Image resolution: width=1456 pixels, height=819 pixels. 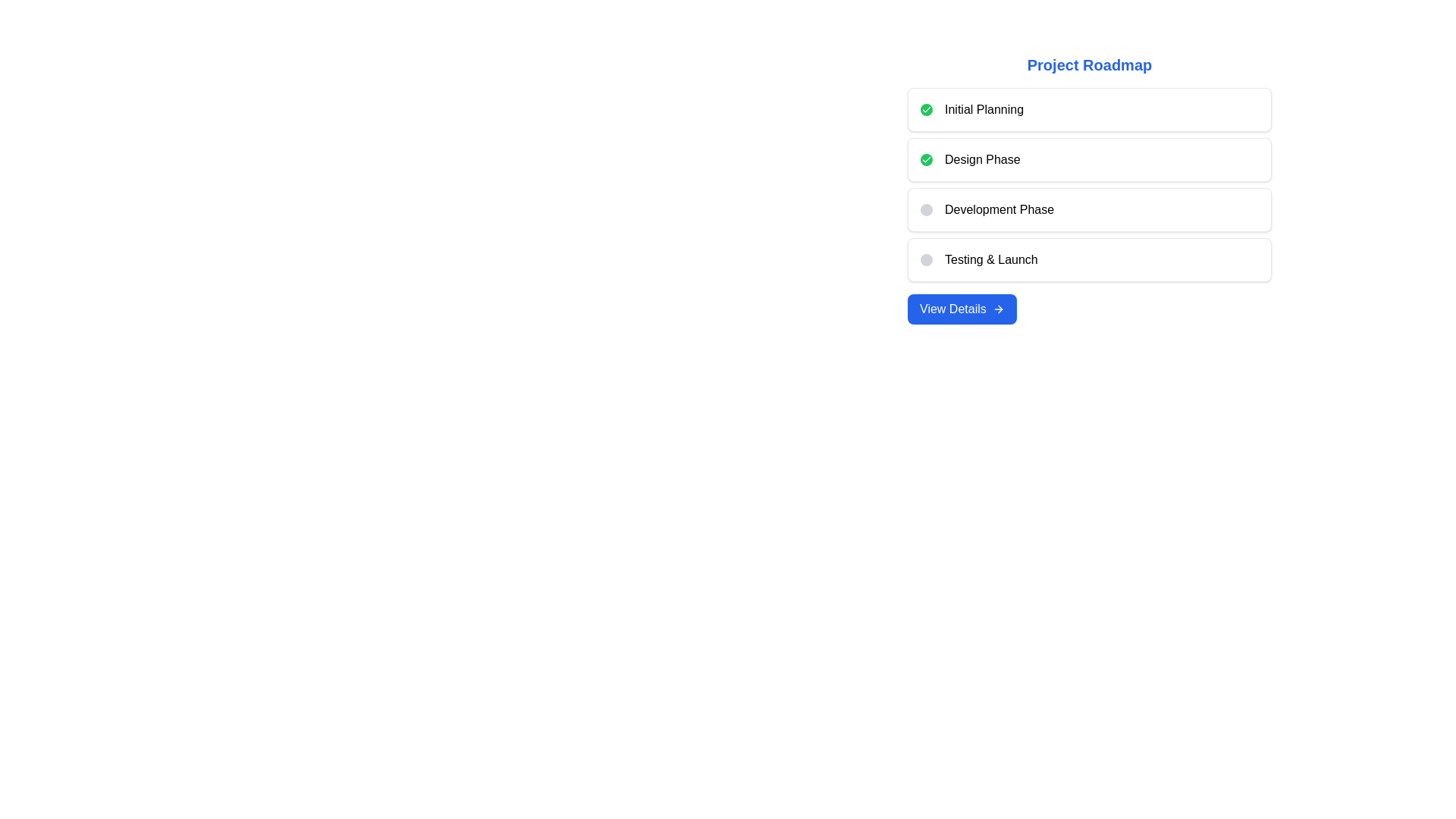 What do you see at coordinates (926, 109) in the screenshot?
I see `the small circular Status indicator icon with a green background and a white checkmark, located at the far left of the 'Initial Planning' row` at bounding box center [926, 109].